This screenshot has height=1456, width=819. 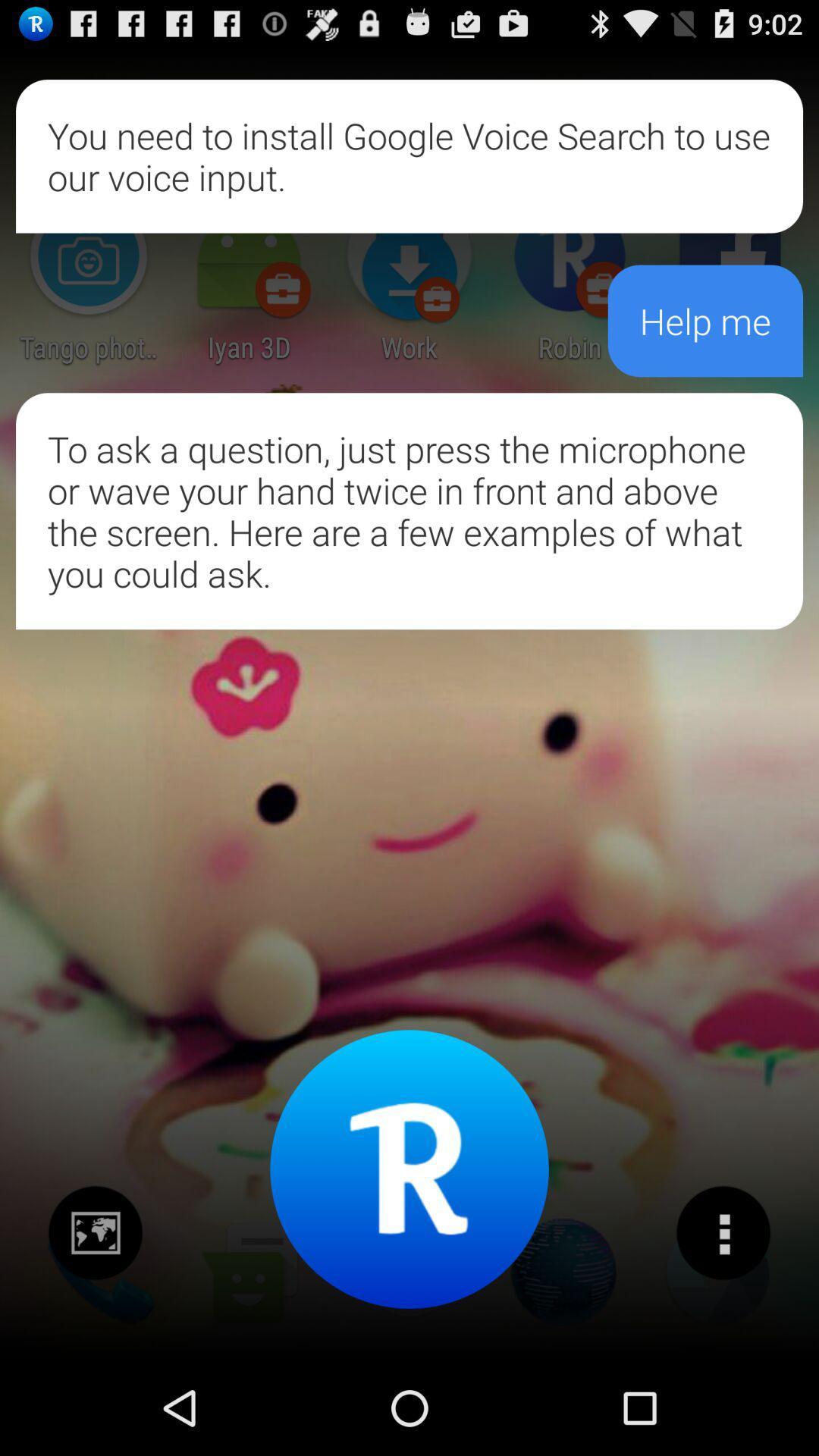 I want to click on more information, so click(x=722, y=1233).